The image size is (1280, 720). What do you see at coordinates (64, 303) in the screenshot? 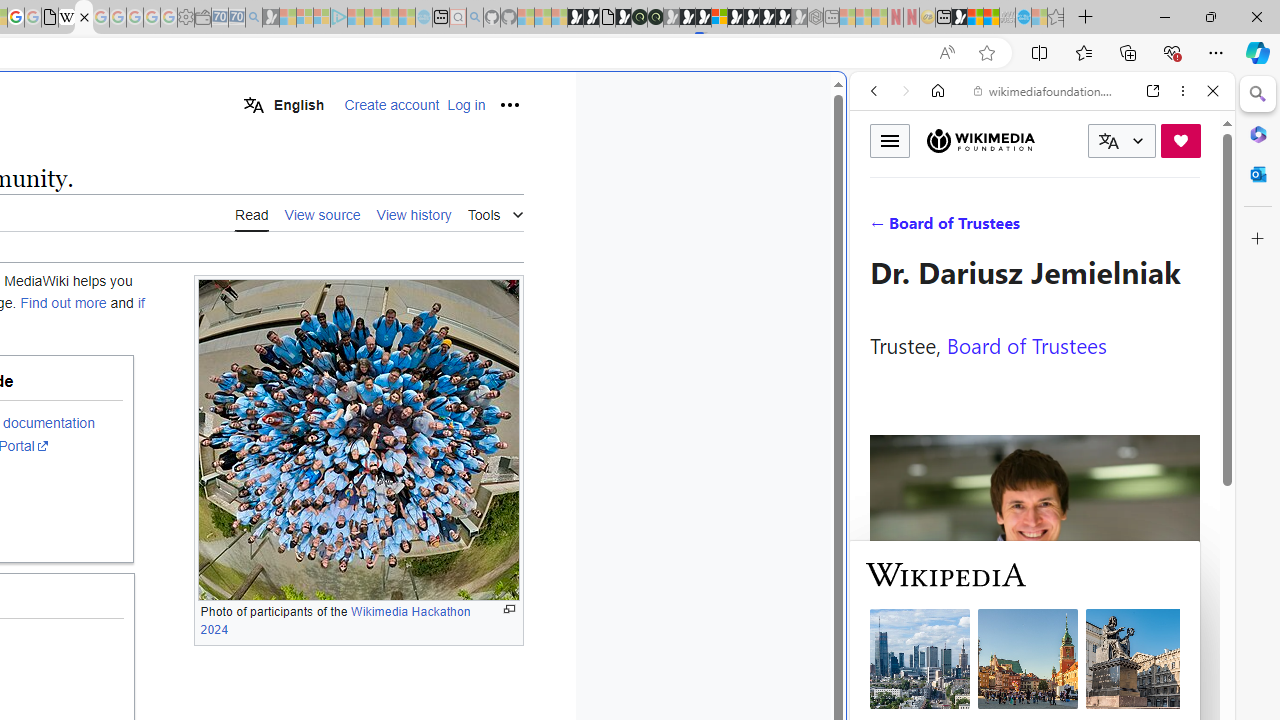
I see `'Find out more'` at bounding box center [64, 303].